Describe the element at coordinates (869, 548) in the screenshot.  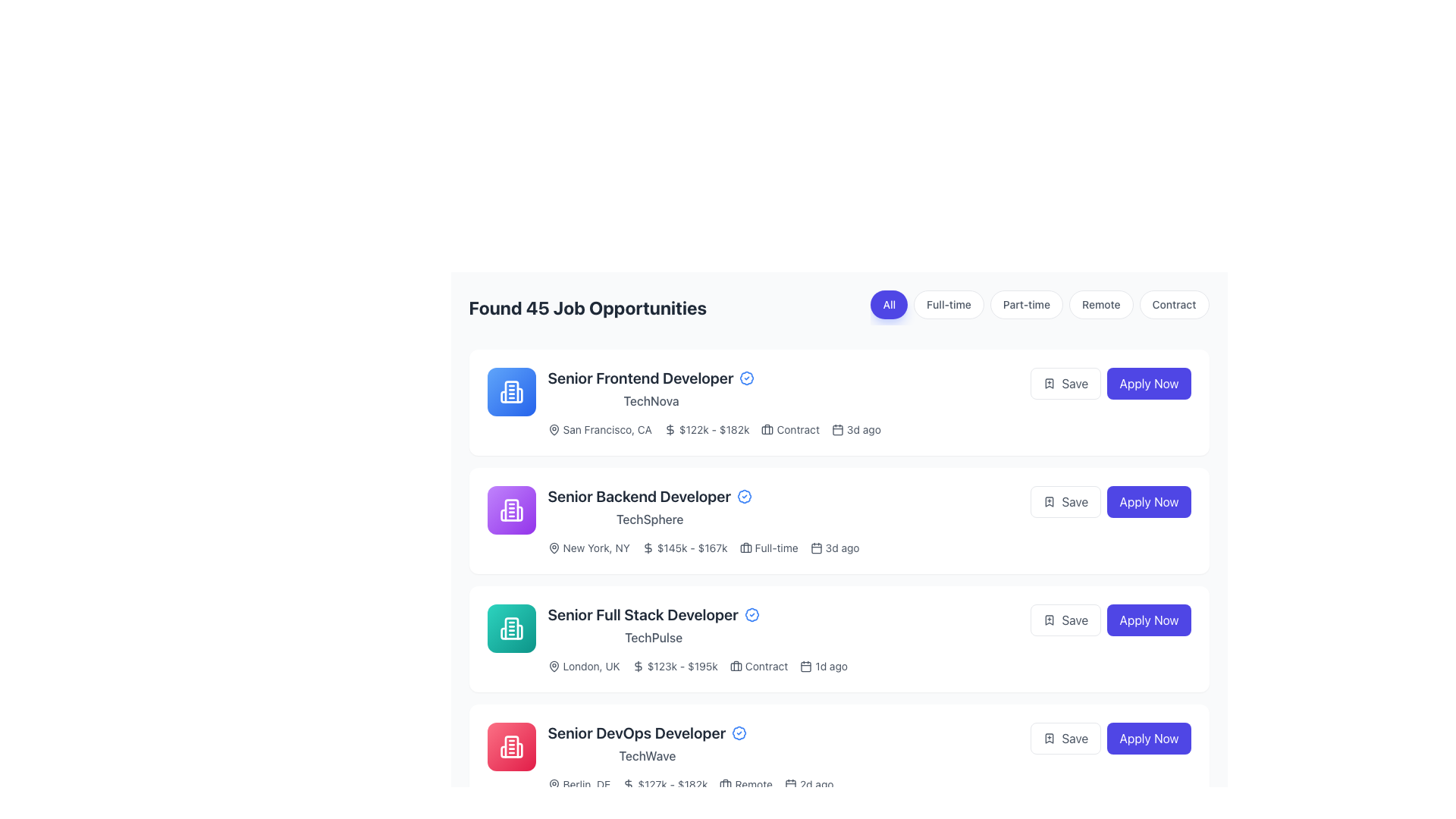
I see `the informational metadata row beneath the title 'Senior Backend Developer' and above the 'Save' and 'Apply Now' buttons in the job listing for TechSphere` at that location.